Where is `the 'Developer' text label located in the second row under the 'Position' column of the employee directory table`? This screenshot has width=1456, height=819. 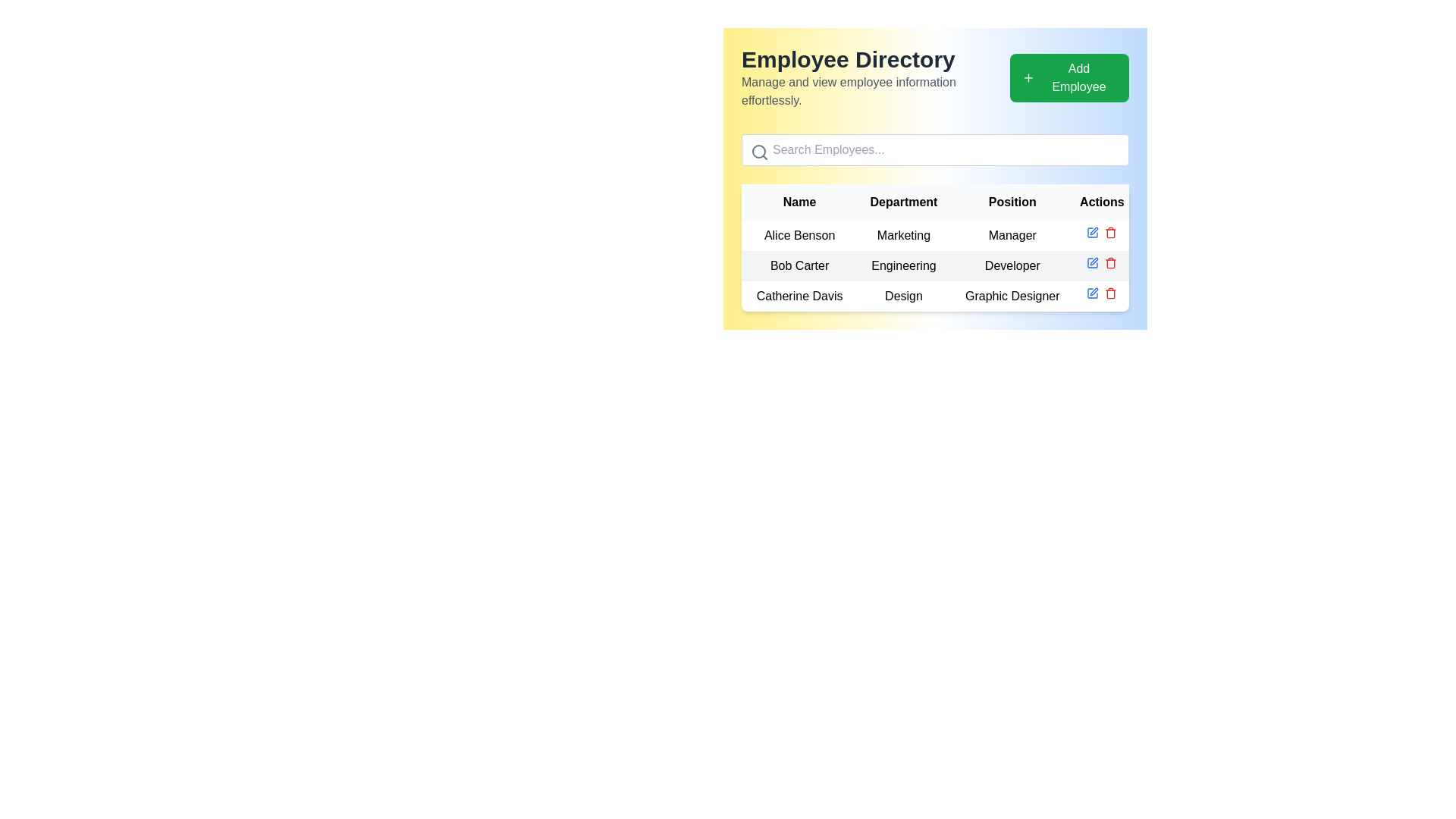
the 'Developer' text label located in the second row under the 'Position' column of the employee directory table is located at coordinates (1012, 265).